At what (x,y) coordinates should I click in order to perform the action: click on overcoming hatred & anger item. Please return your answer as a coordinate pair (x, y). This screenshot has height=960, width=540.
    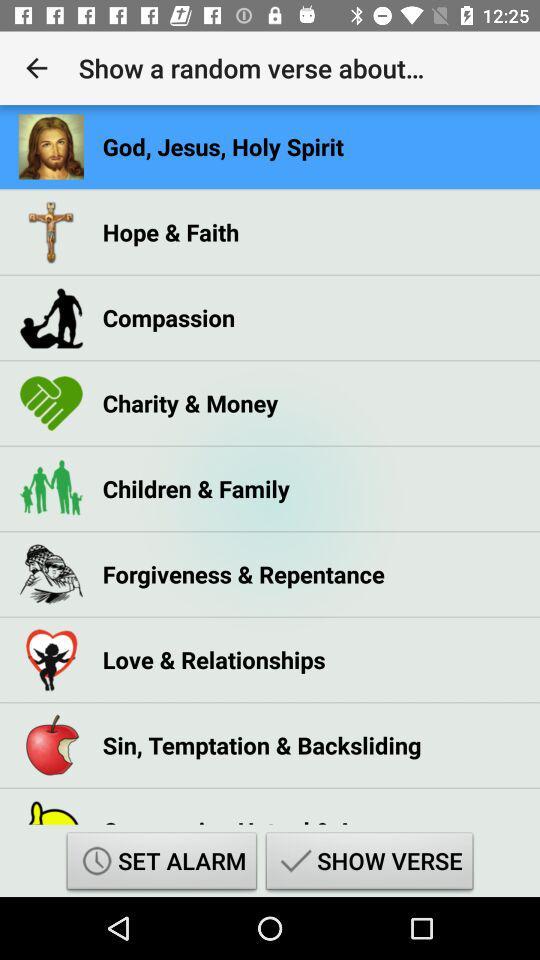
    Looking at the image, I should click on (251, 815).